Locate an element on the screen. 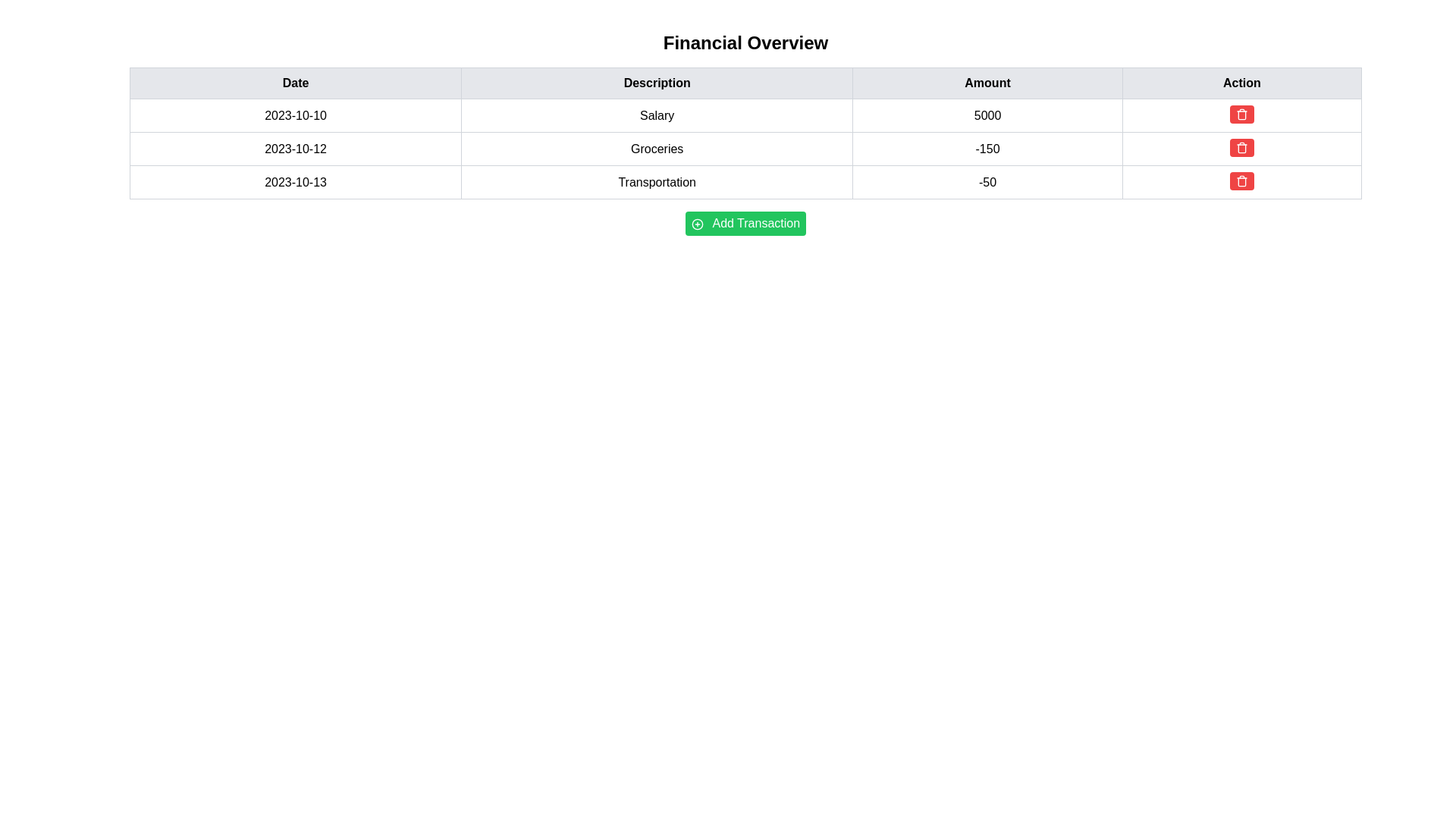 This screenshot has width=1456, height=819. the Textual Data Table Cell displaying the date '2023-10-10', which is the first column entry of the first data row under the 'Date' header is located at coordinates (296, 115).